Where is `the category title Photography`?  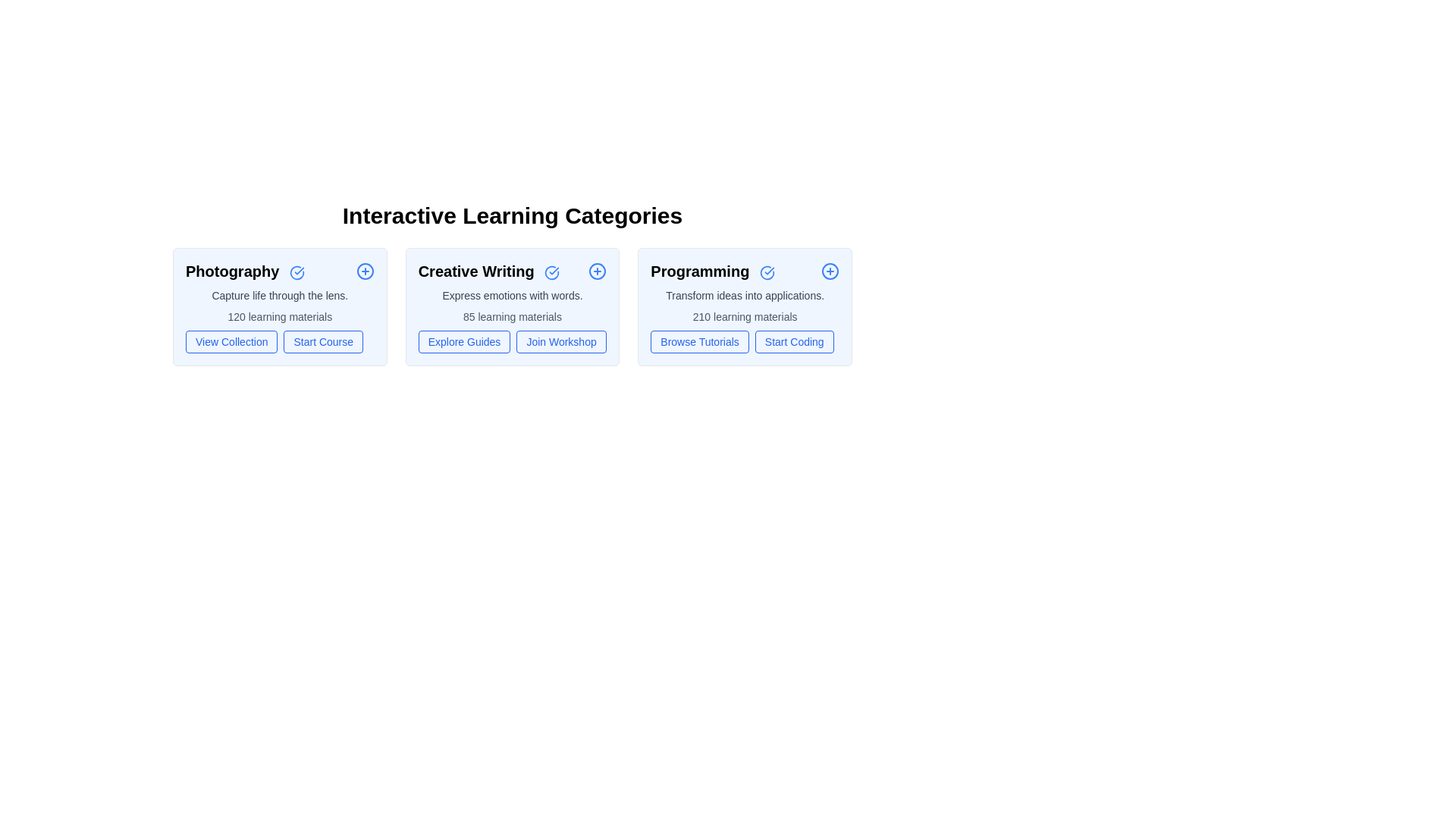 the category title Photography is located at coordinates (245, 271).